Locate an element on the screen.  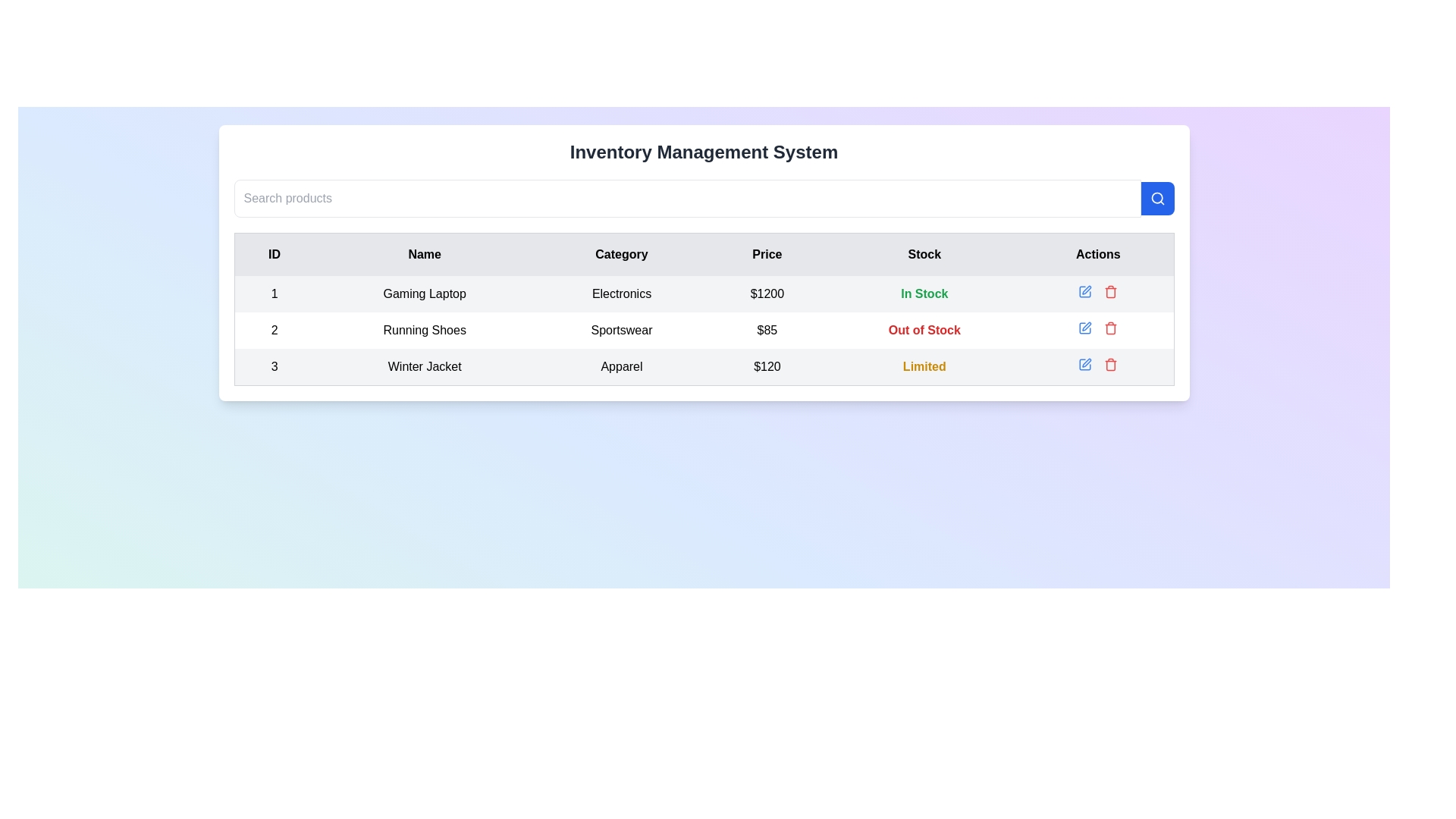
the Table Header for the 'ID' column, which is the first header in the table, located at the top-left corner of the table is located at coordinates (274, 253).